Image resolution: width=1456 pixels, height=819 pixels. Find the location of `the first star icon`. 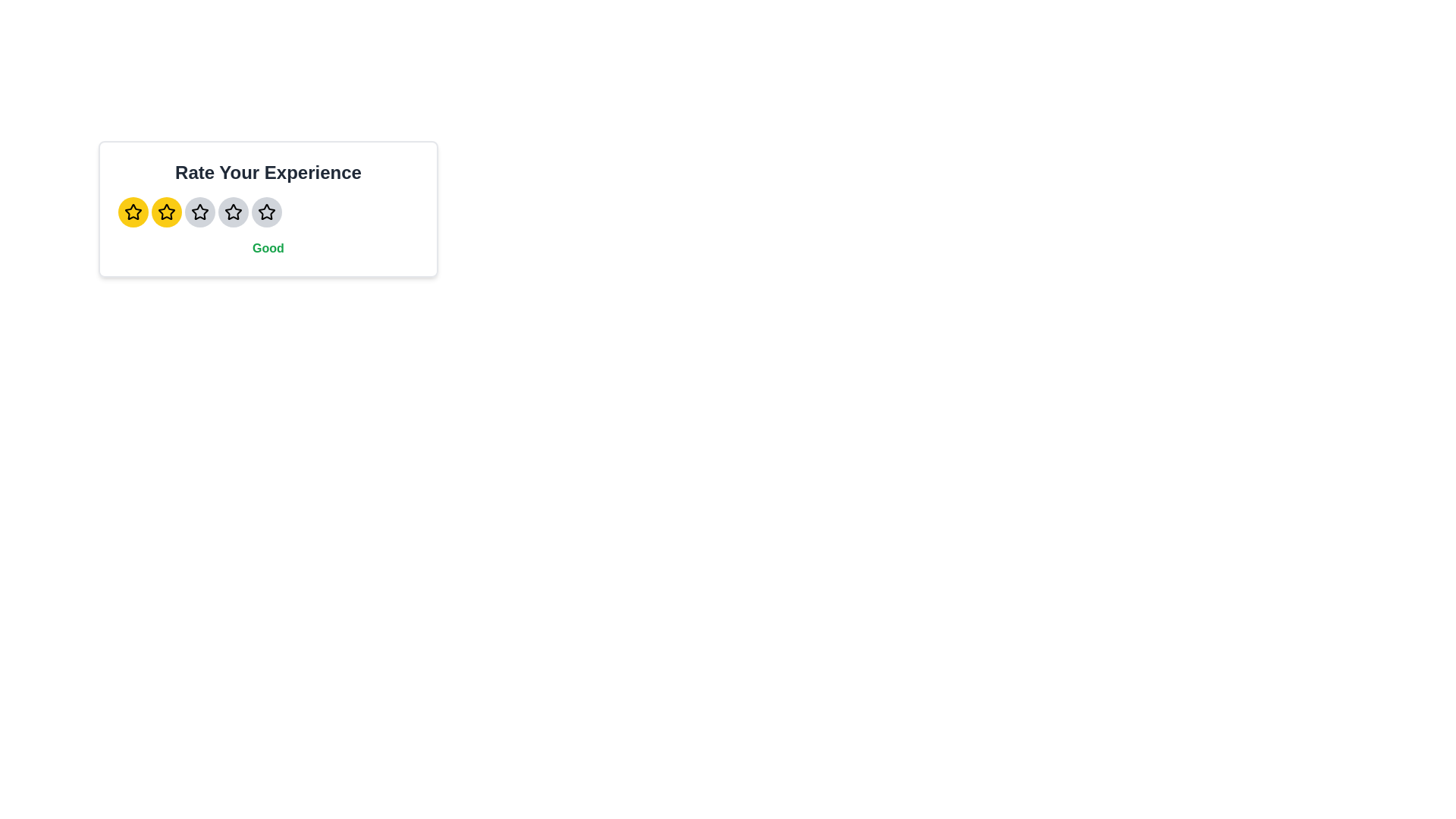

the first star icon is located at coordinates (133, 212).